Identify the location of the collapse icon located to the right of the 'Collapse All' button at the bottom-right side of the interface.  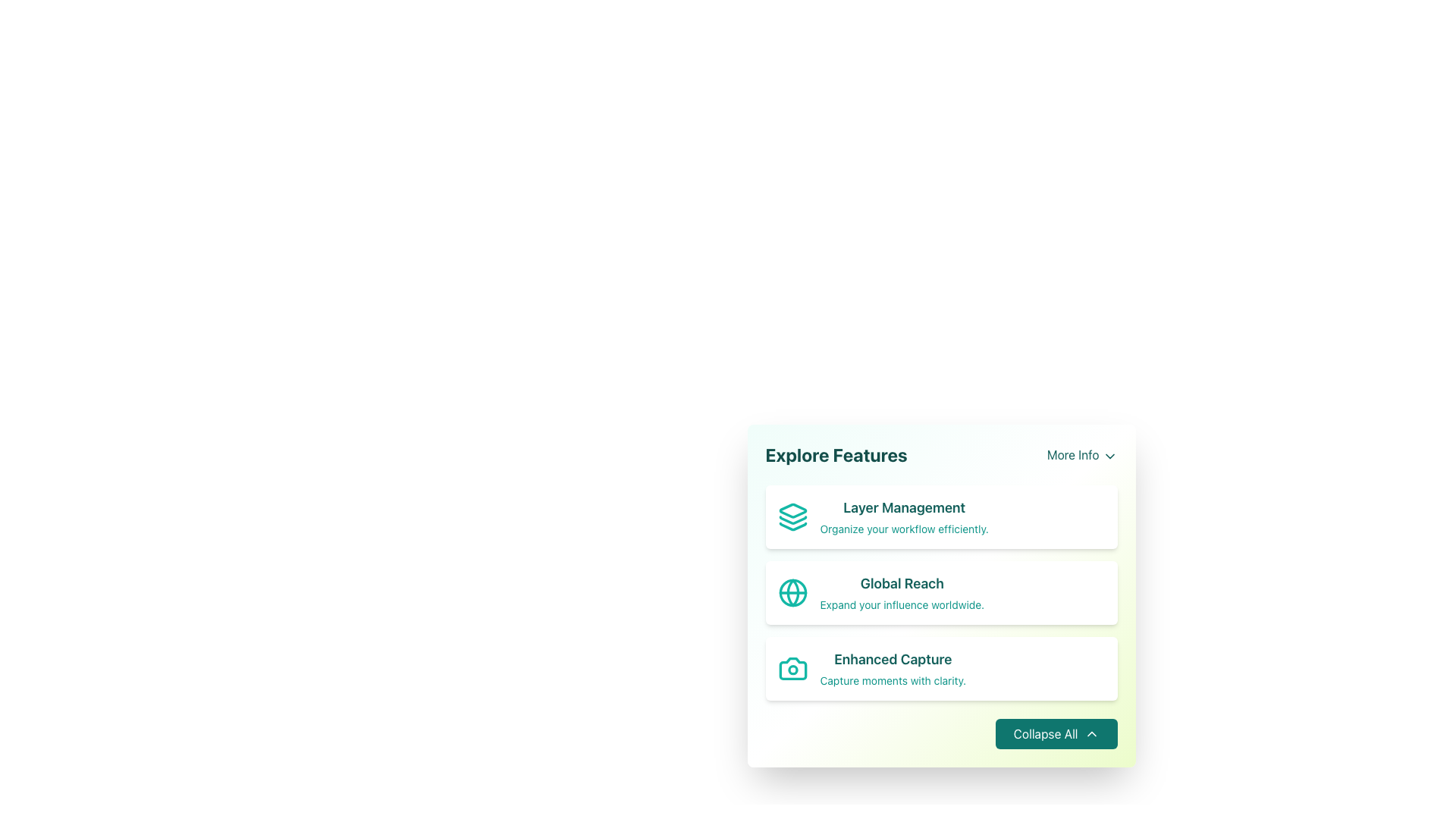
(1090, 733).